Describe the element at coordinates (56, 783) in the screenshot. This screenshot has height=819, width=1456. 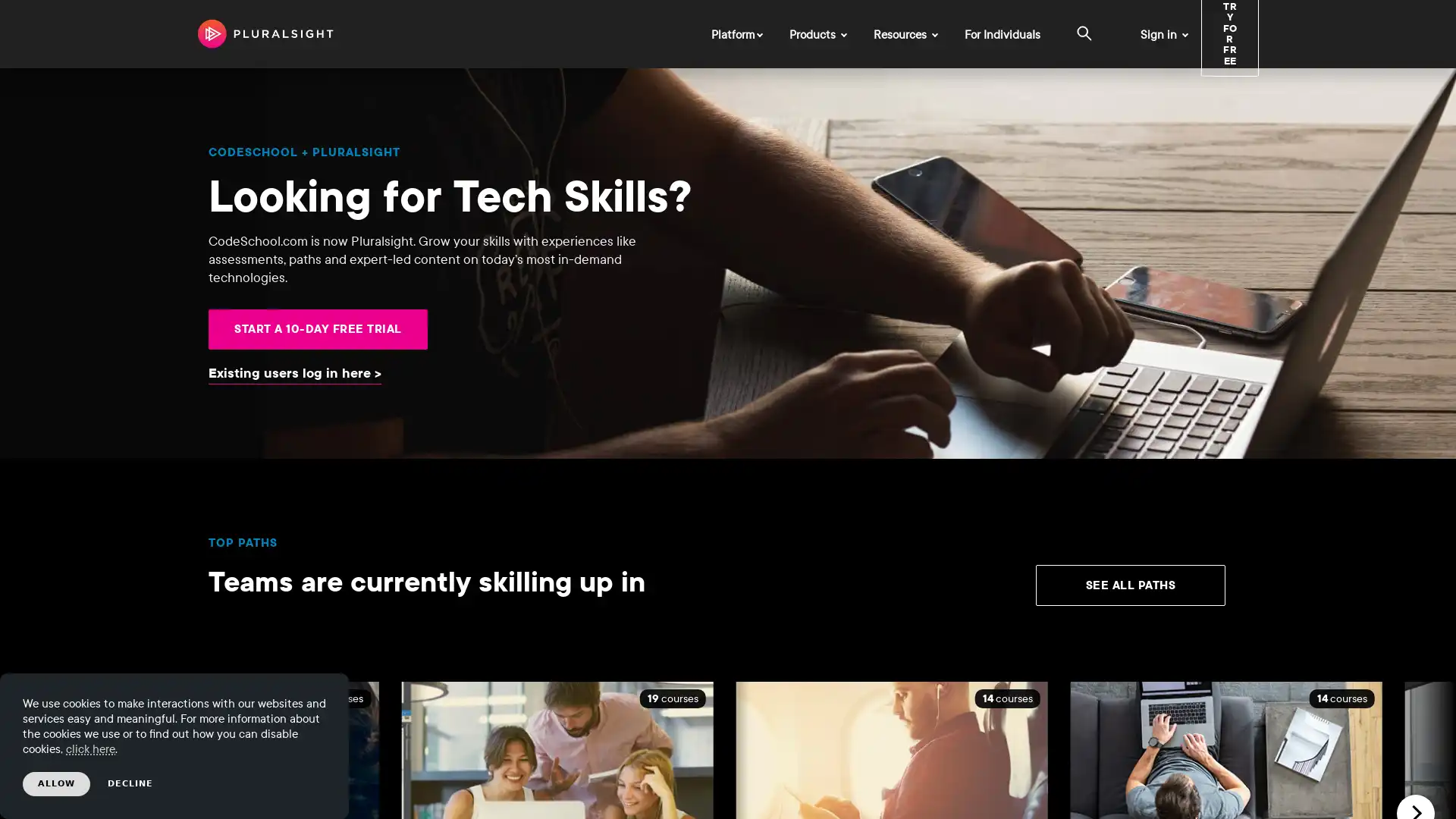
I see `ALLOW` at that location.